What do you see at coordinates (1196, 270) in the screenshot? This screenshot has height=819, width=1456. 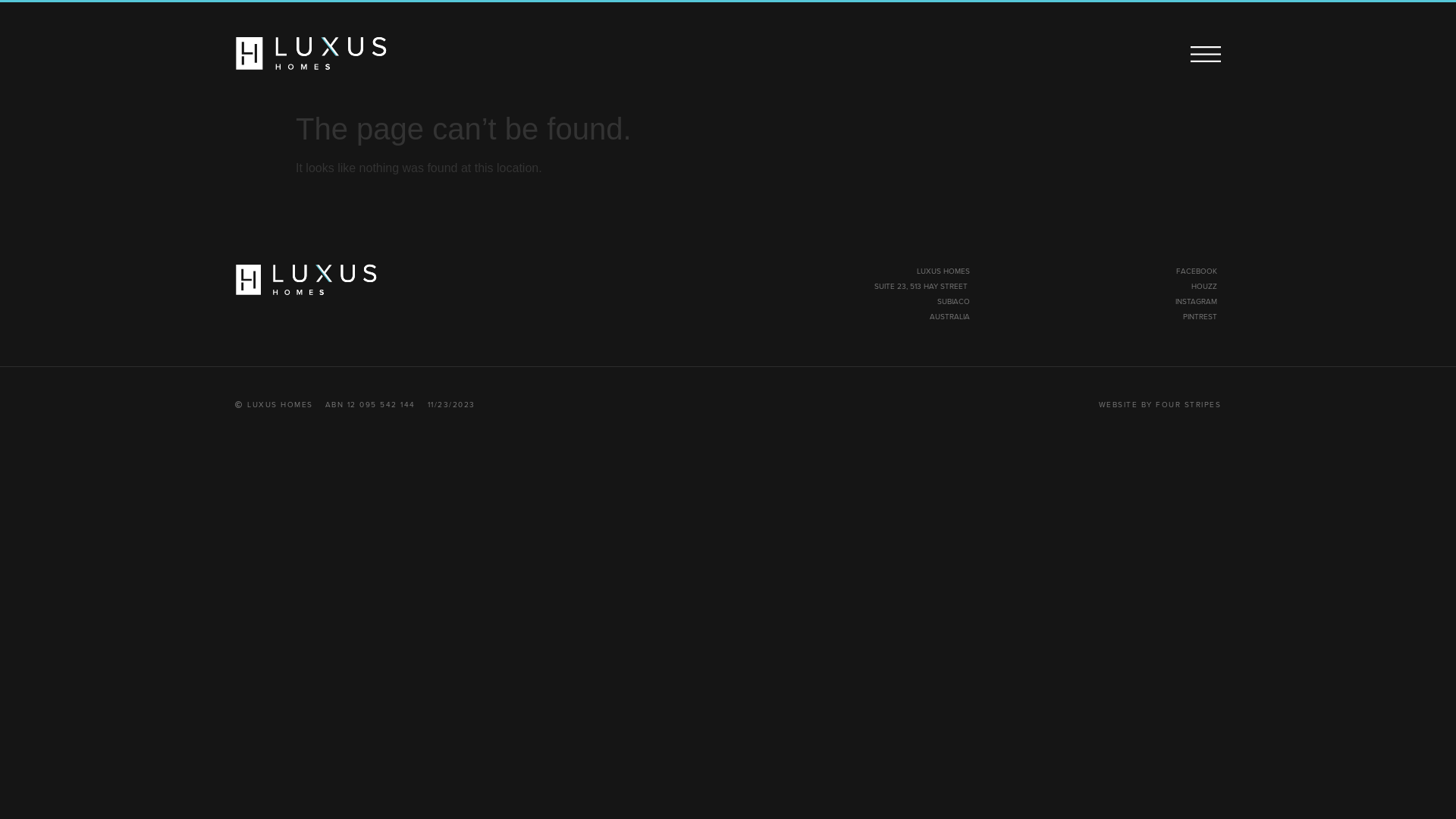 I see `'FACEBOOK'` at bounding box center [1196, 270].